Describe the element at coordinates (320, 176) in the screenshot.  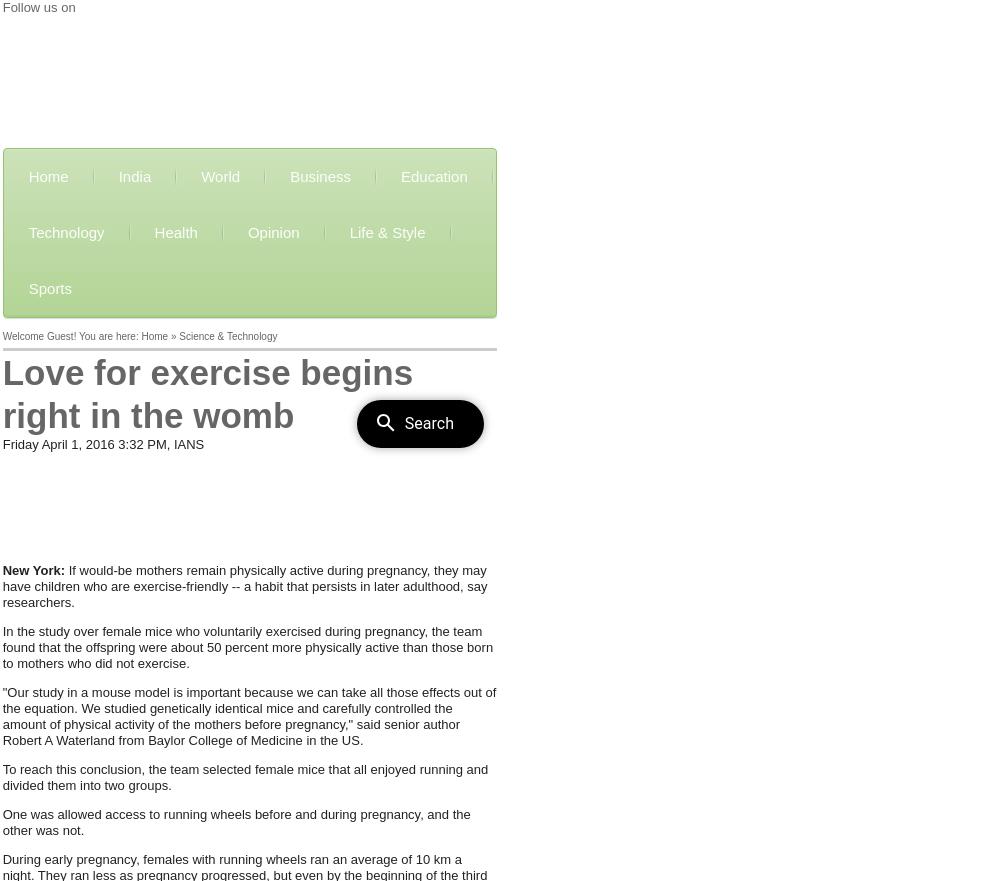
I see `'Business'` at that location.